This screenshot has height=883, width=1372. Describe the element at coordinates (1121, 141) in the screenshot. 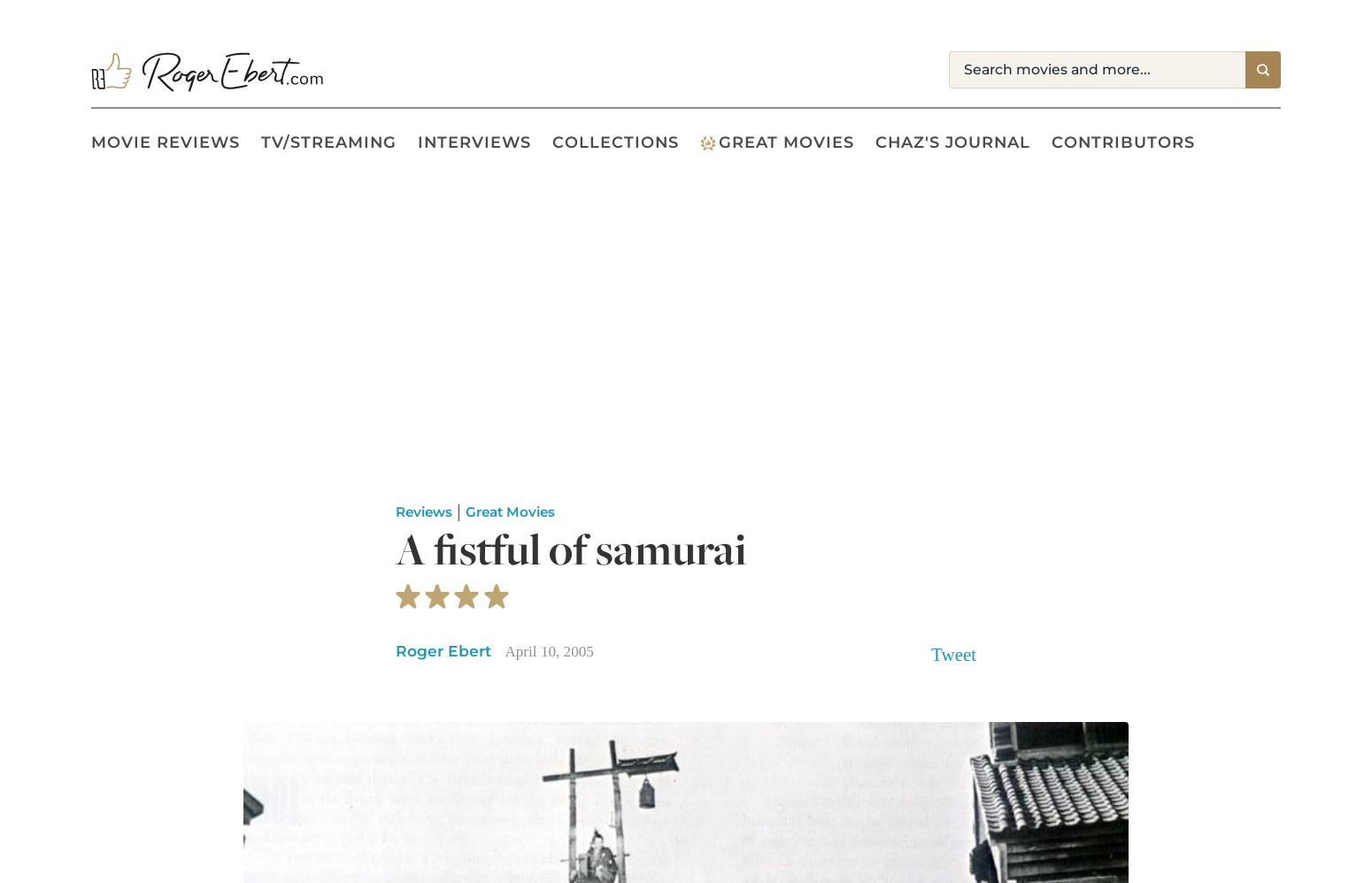

I see `'Contributors'` at that location.